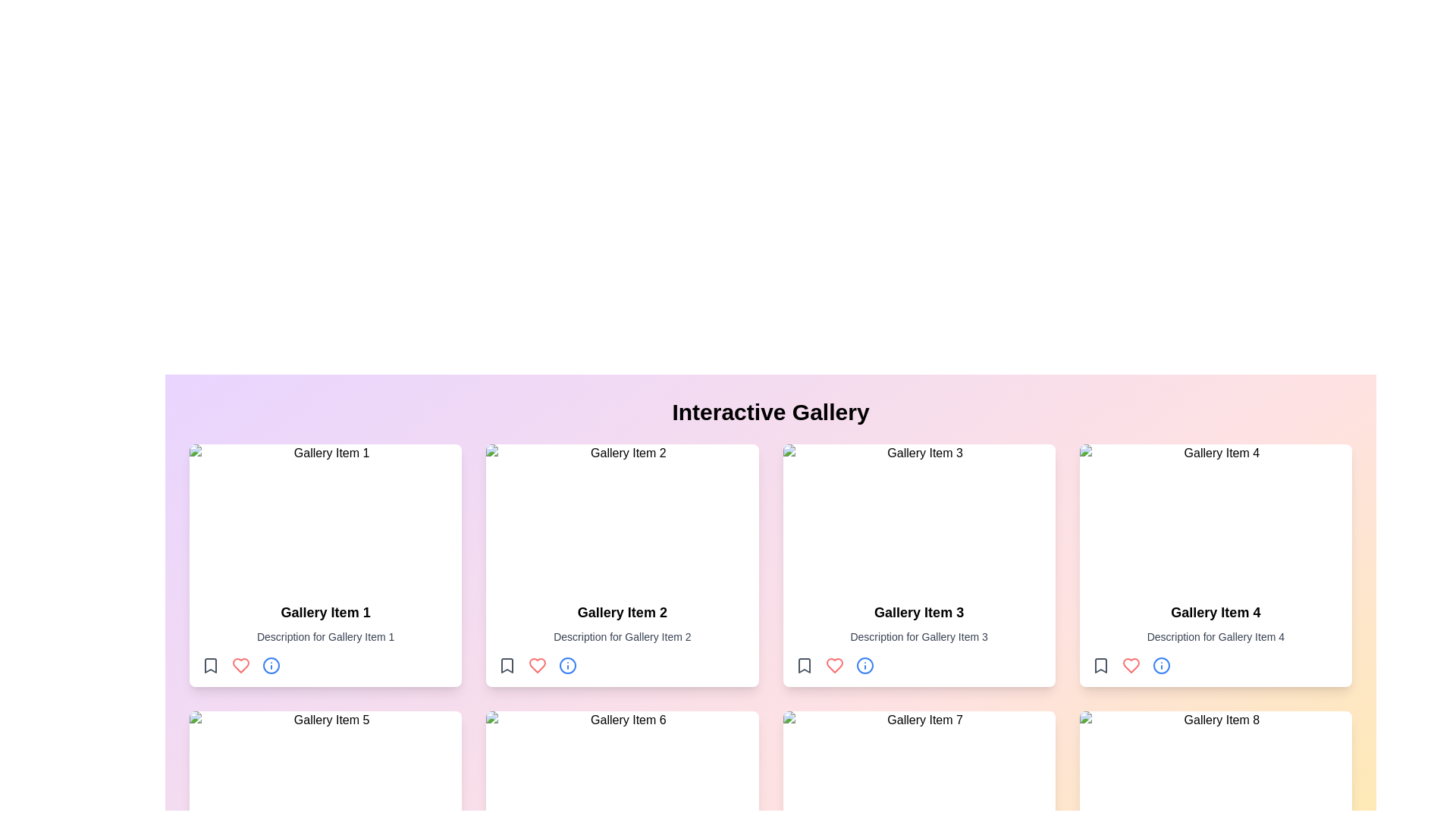 This screenshot has width=1456, height=819. What do you see at coordinates (864, 665) in the screenshot?
I see `the icon located in the bottom-right corner of the card labeled 'Gallery Item 3'` at bounding box center [864, 665].